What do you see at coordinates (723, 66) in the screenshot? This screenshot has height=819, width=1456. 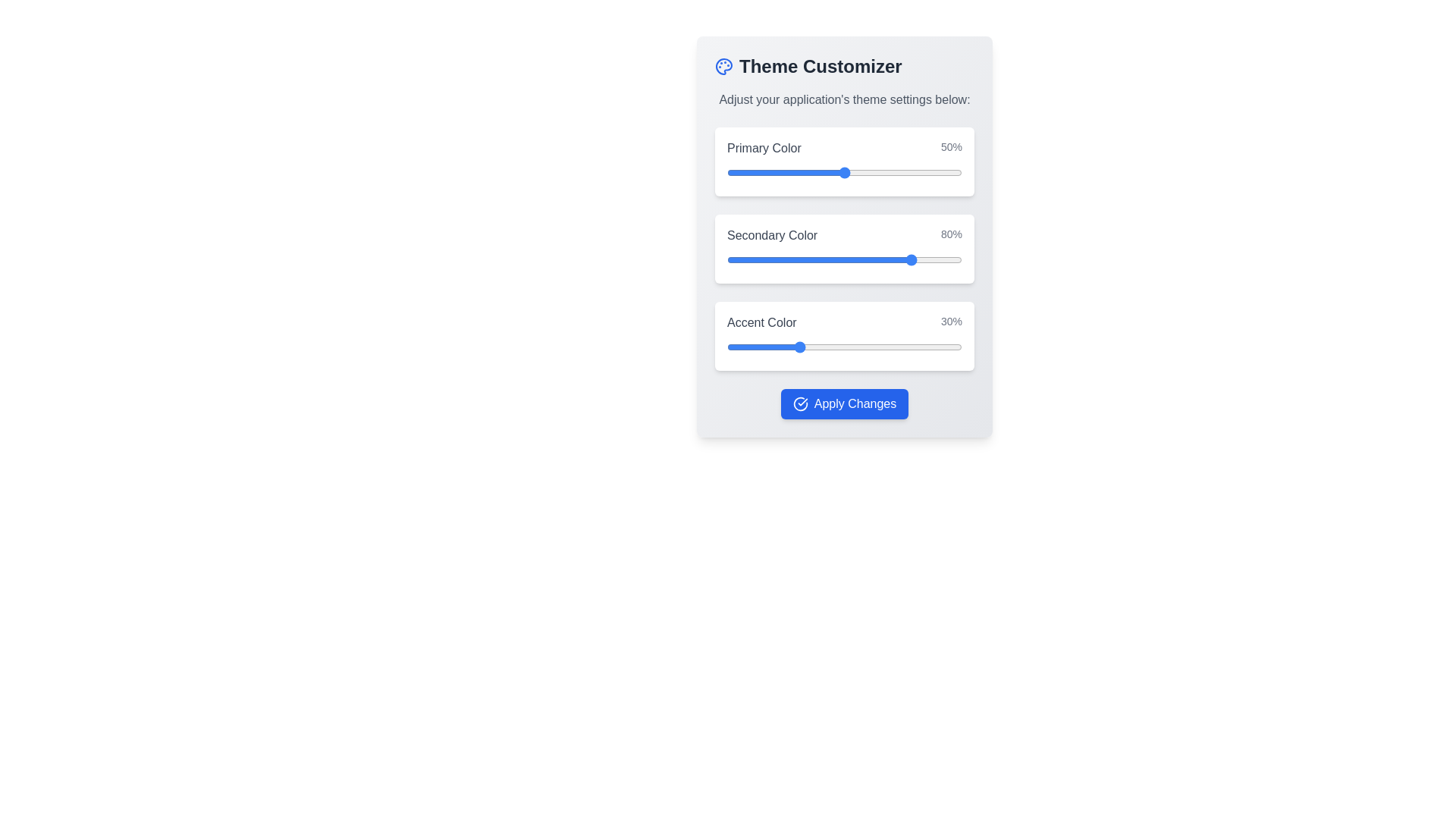 I see `the painter's palette icon located to the left of the 'Theme Customizer' text in the settings panel's title area` at bounding box center [723, 66].